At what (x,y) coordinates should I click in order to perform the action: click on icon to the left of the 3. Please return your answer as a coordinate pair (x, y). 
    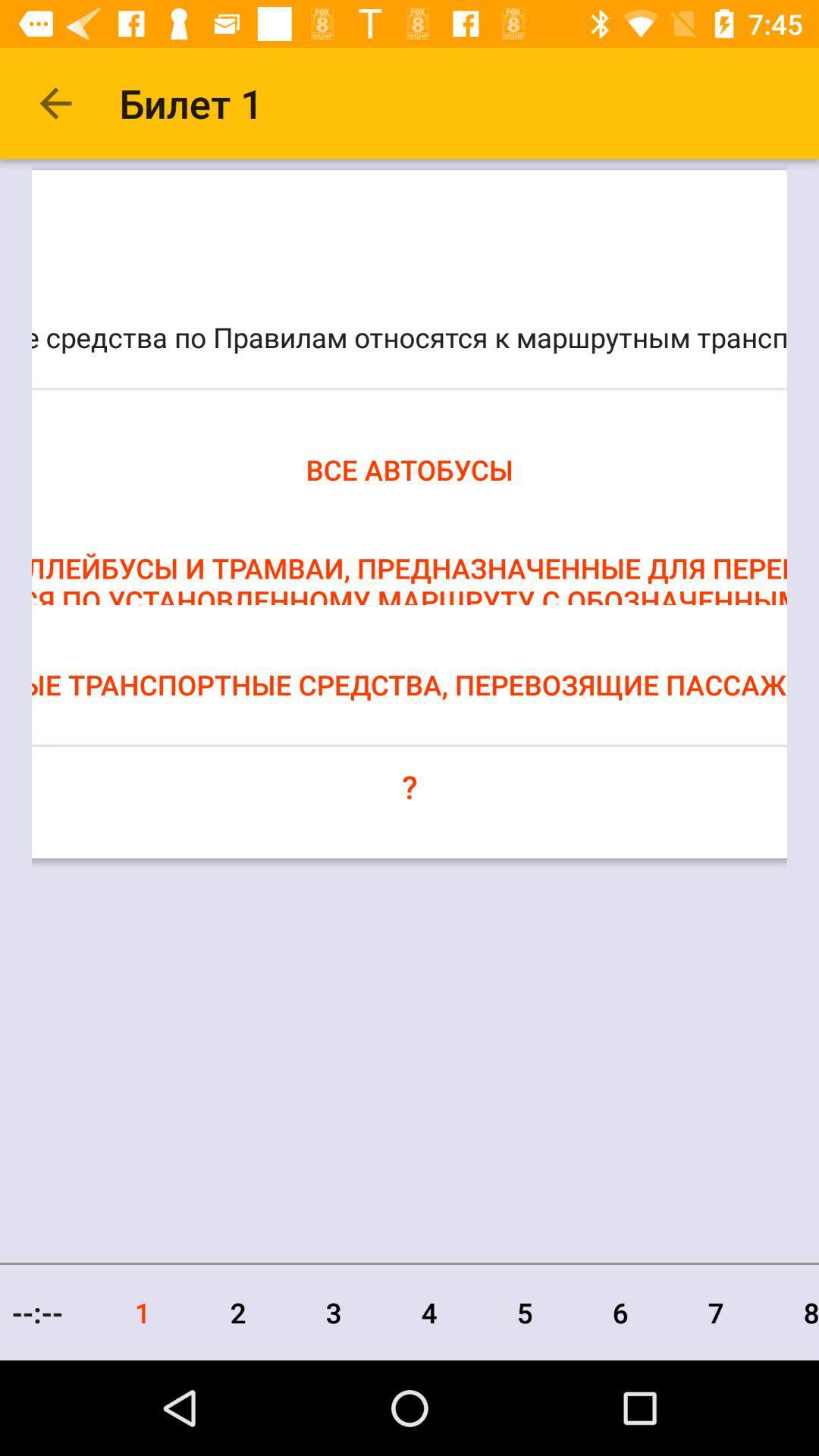
    Looking at the image, I should click on (238, 1312).